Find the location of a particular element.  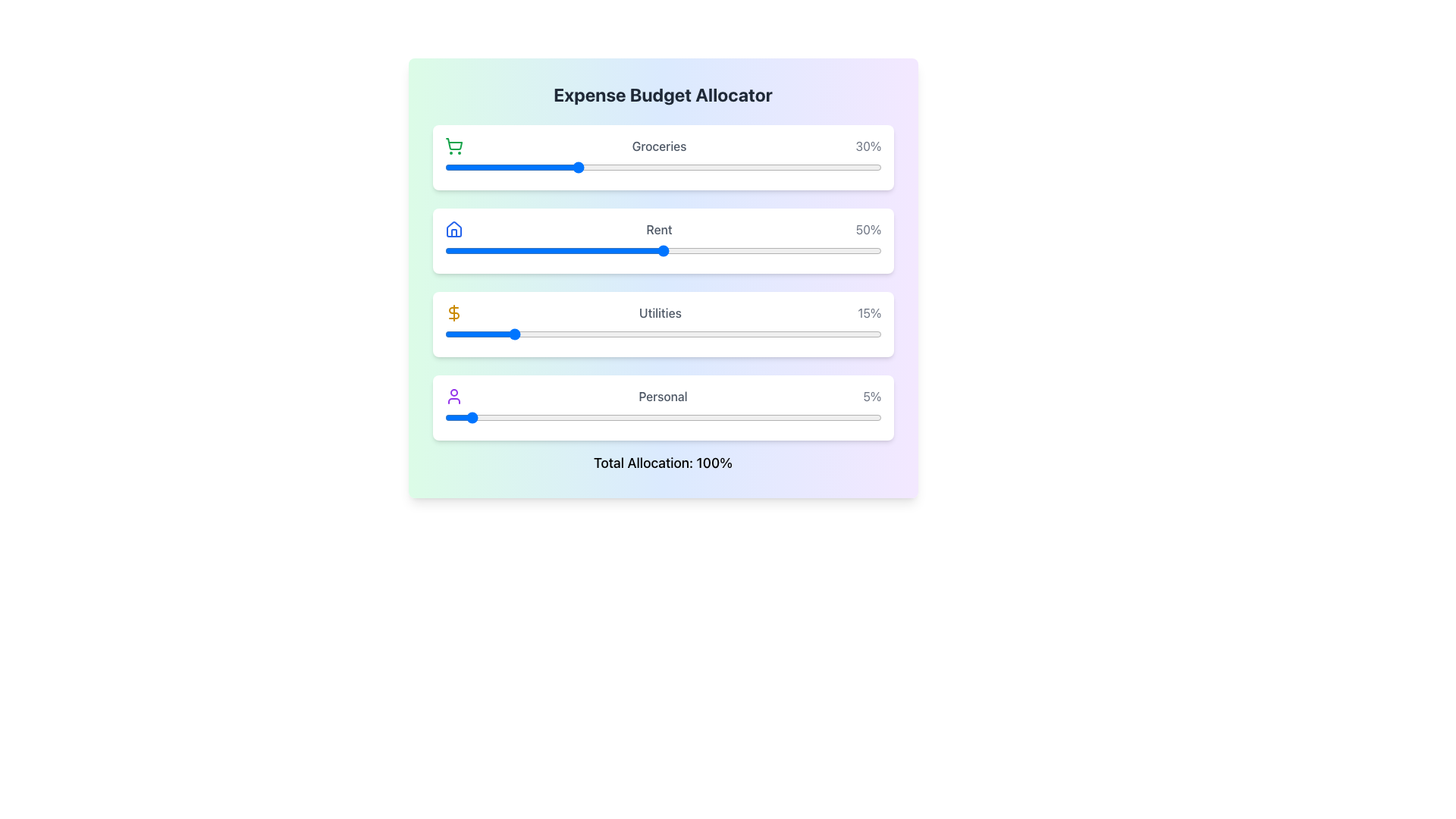

the text label that displays 'Utilities' in the Expense Budget Allocator interface, which is styled with a medium font weight and gray color, located in the third row of the layout is located at coordinates (660, 312).